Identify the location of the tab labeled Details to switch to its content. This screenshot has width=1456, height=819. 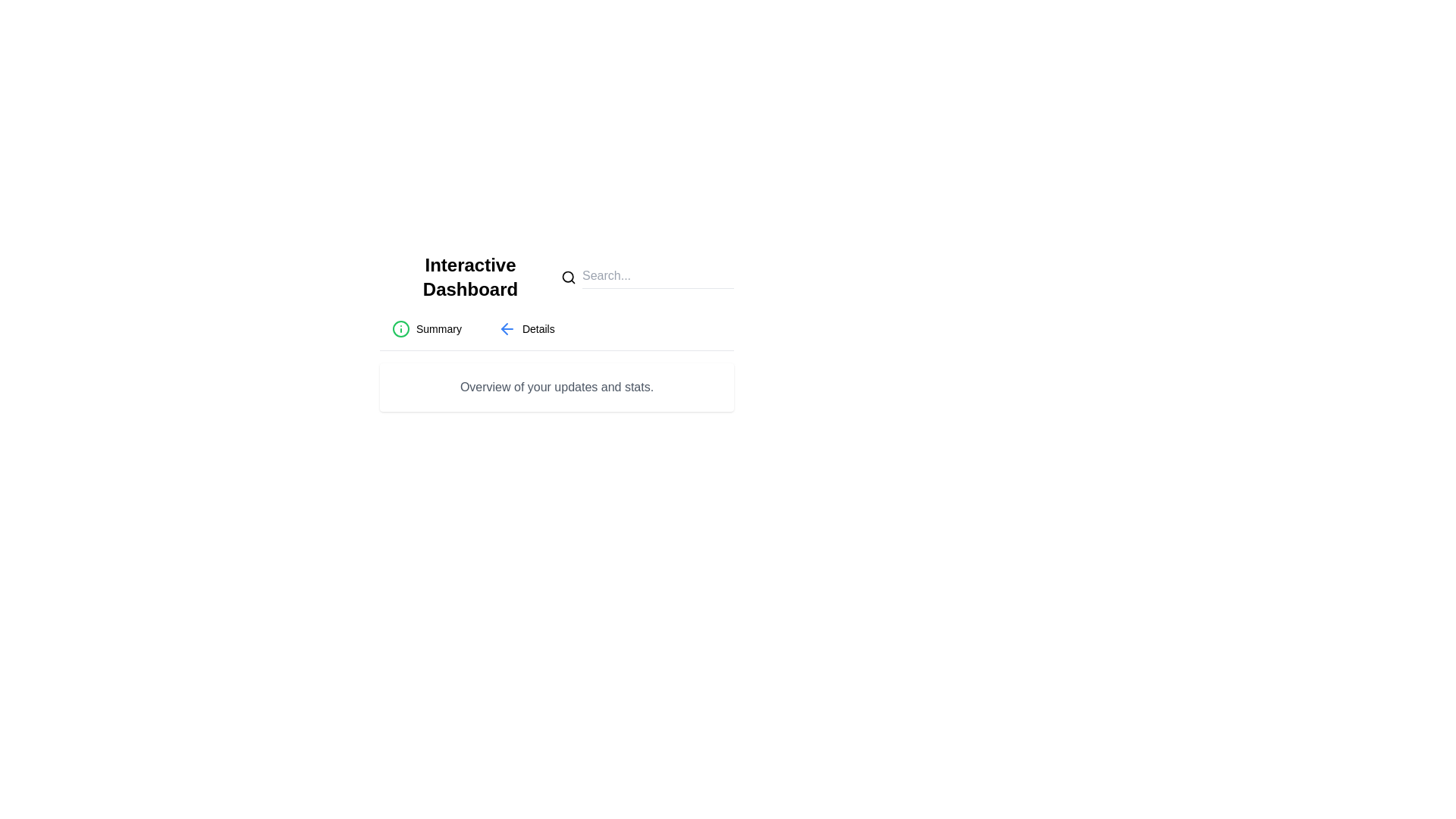
(526, 328).